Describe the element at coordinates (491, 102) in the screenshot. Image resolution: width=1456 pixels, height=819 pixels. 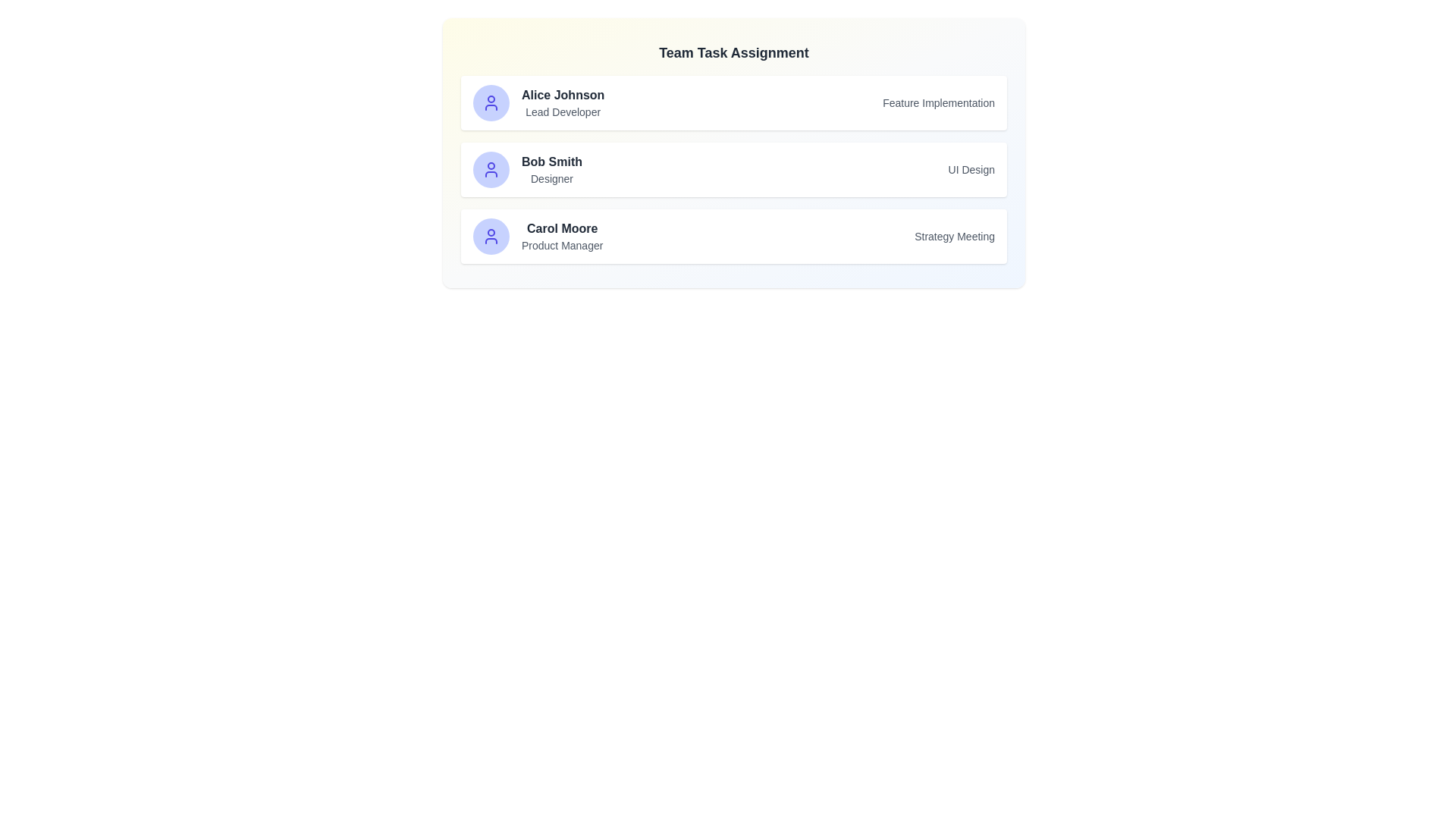
I see `the circular avatar icon representing Alice Johnson, which has a light indigo background and a deeper indigo user profile icon` at that location.